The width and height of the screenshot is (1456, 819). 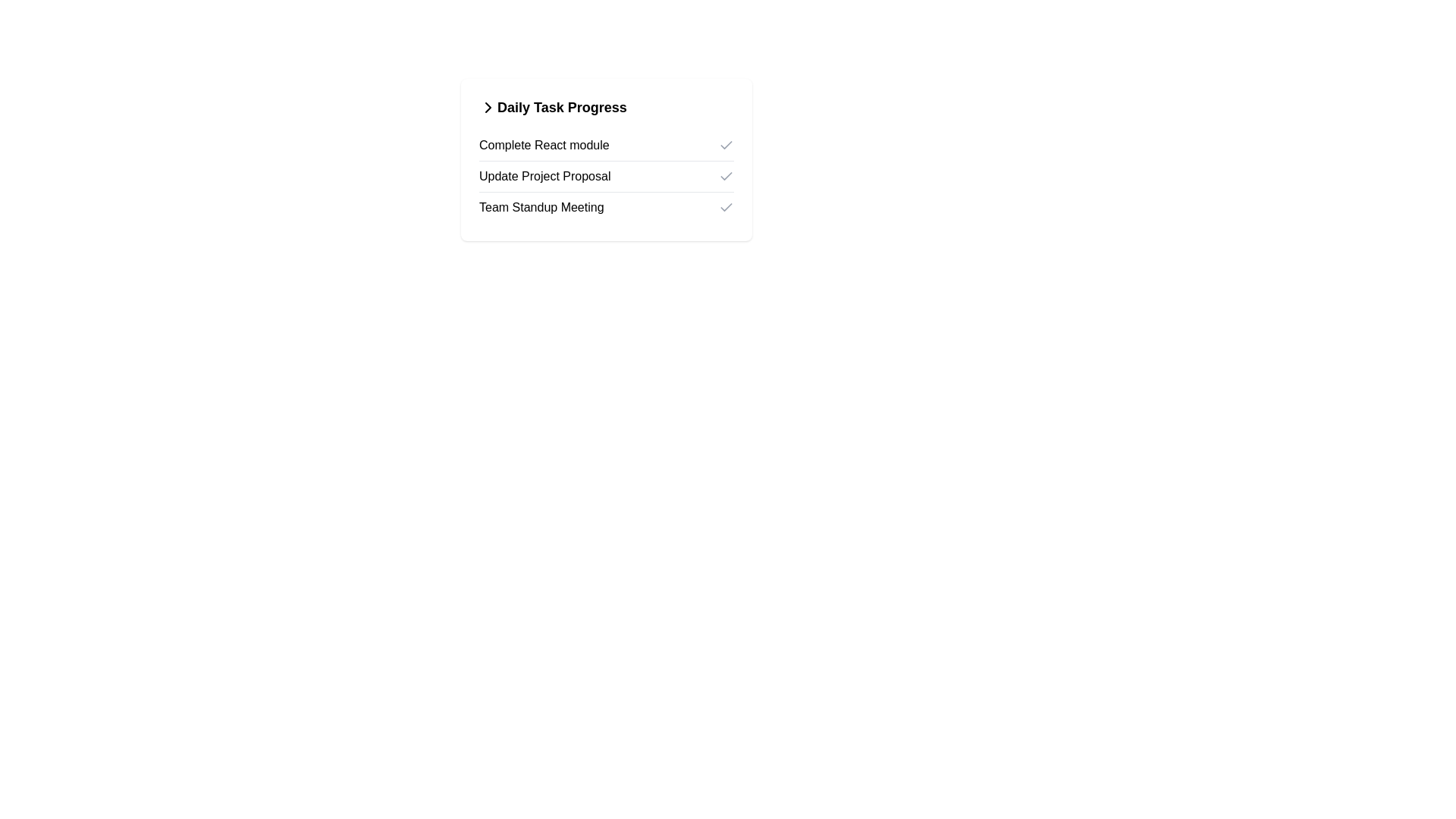 I want to click on the checkmark icon that indicates the completion status of the task 'Complete React module', located at the top of the task list, so click(x=726, y=146).